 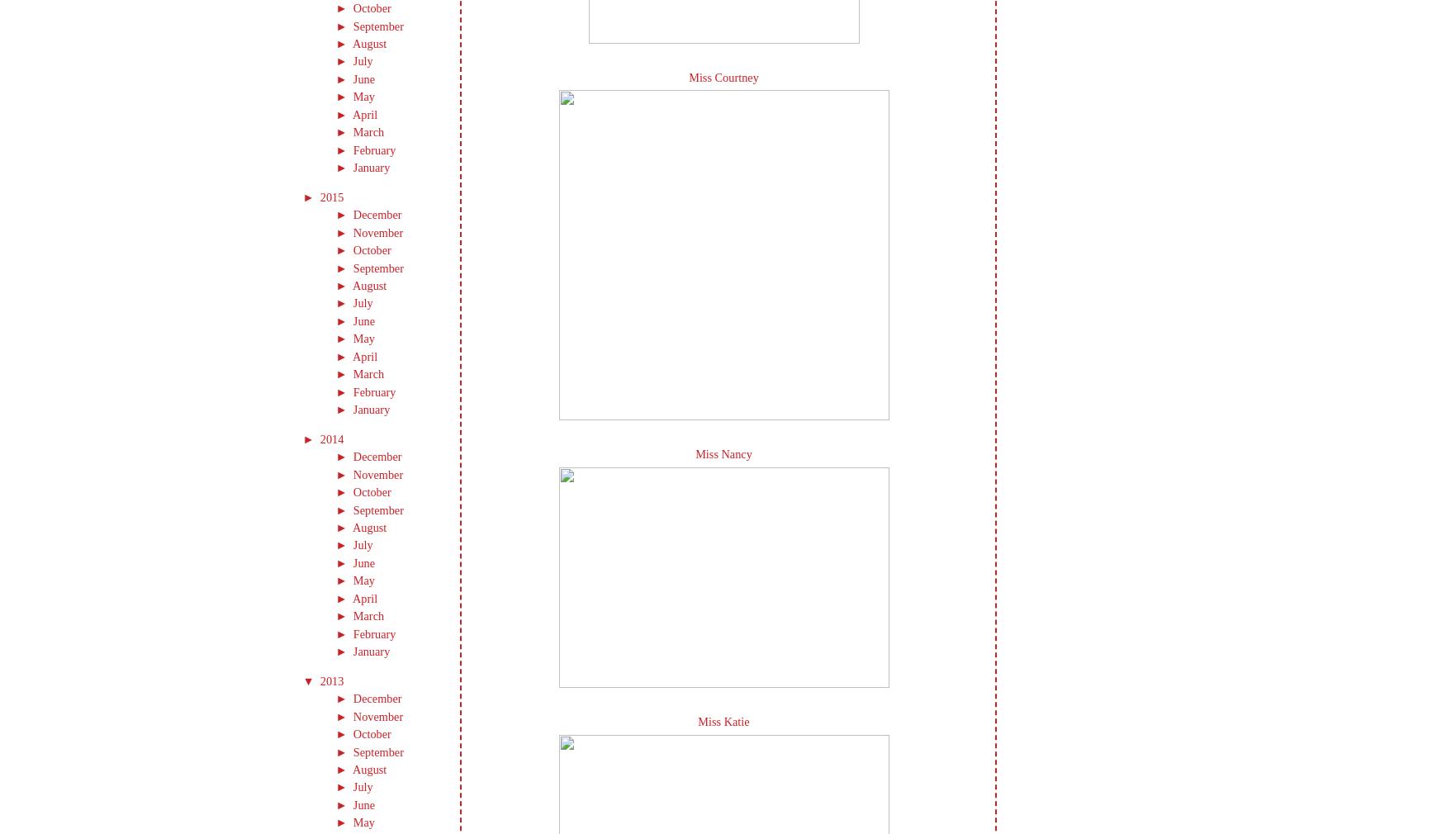 What do you see at coordinates (723, 453) in the screenshot?
I see `'Miss Nancy'` at bounding box center [723, 453].